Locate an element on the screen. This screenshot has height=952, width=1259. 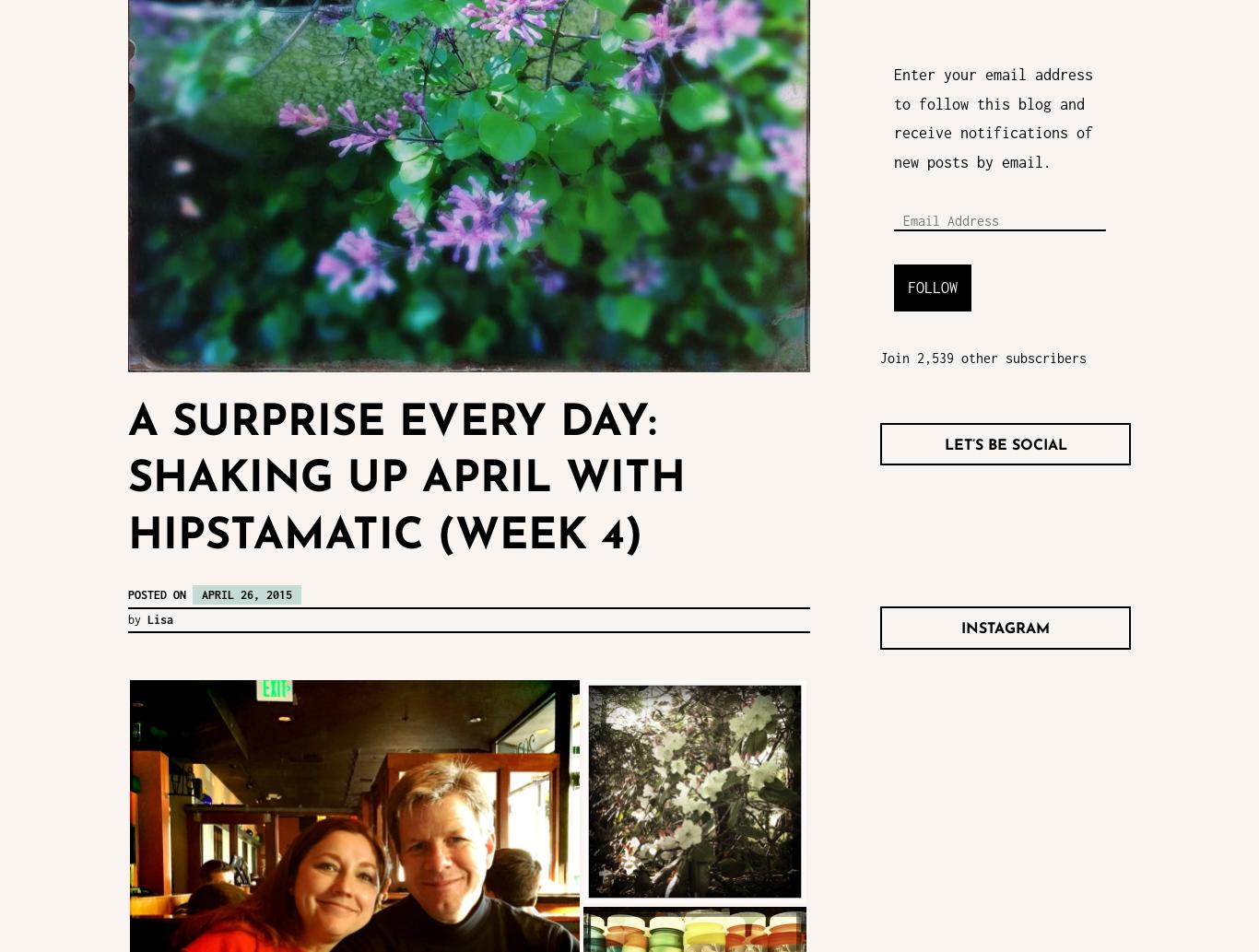
'A Surprise Every Day:  Shaking Up April With Hipstamatic (week 4)' is located at coordinates (406, 479).